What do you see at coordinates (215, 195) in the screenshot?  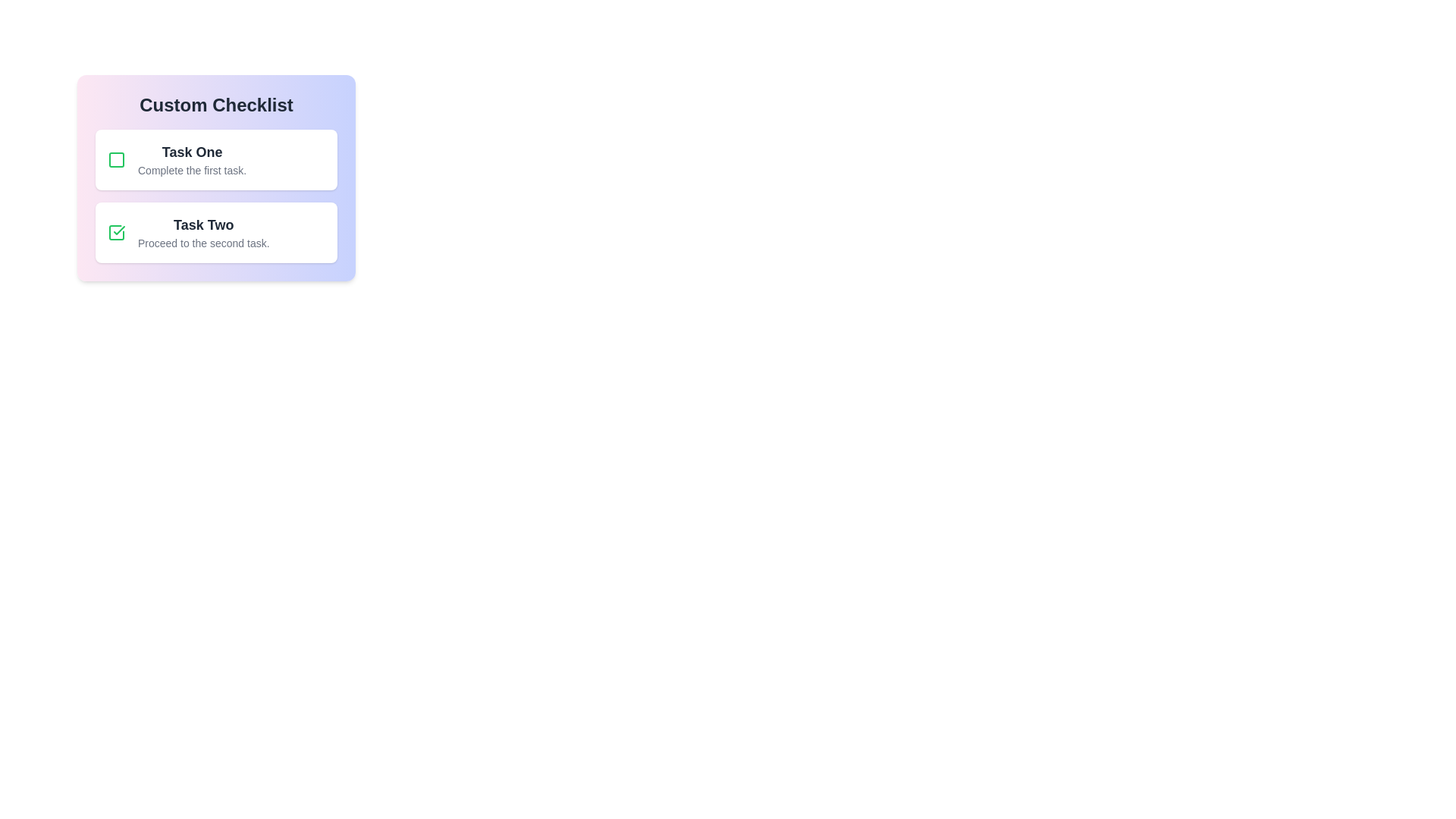 I see `task information presented in the Checklist Component, which includes 'Task One' and 'Task Two' with their descriptions` at bounding box center [215, 195].